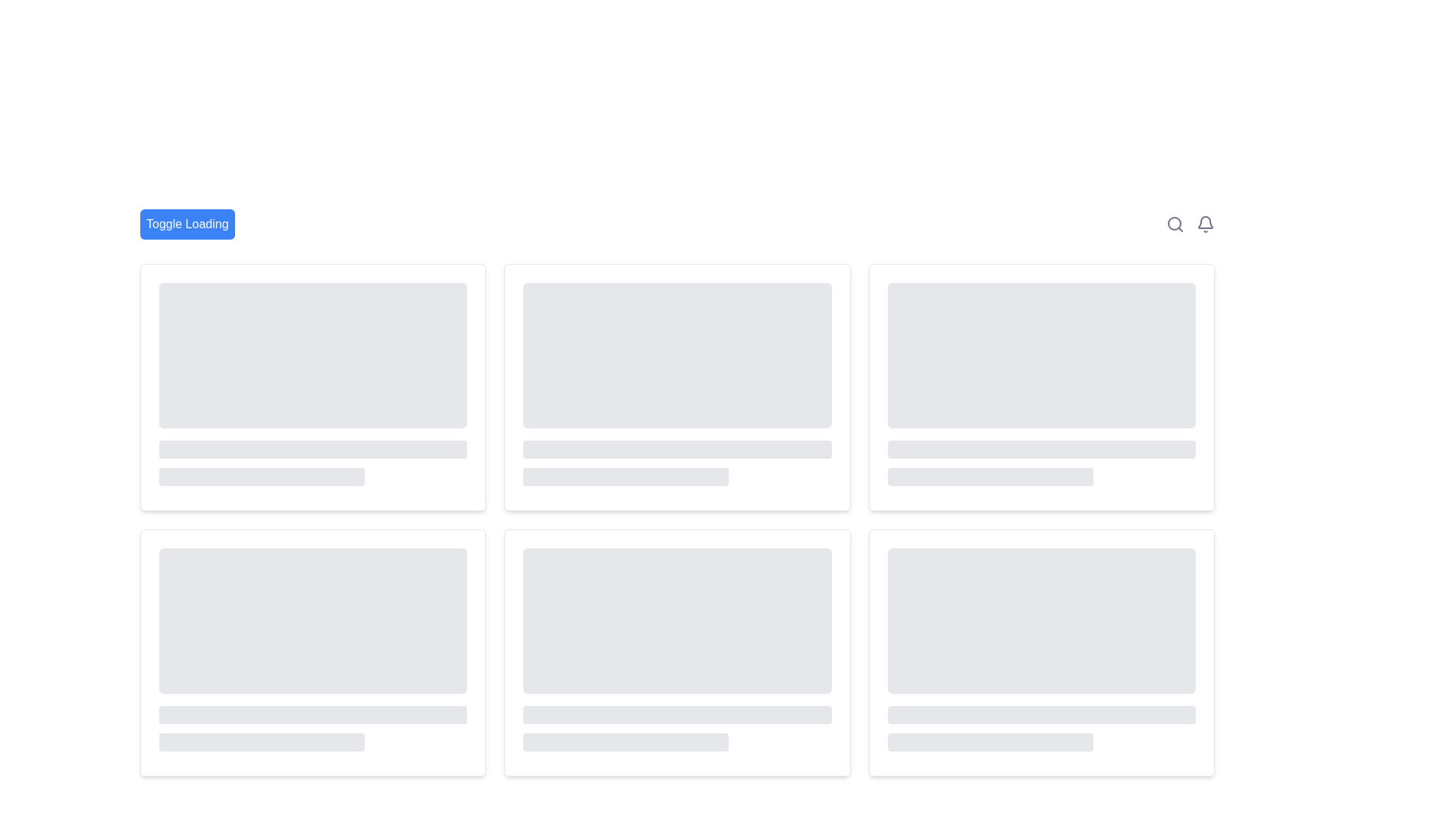 The height and width of the screenshot is (819, 1456). I want to click on Placeholder card located at the bottom-left corner of the grid layout, specifically the fourth card in a sequence of six, for debugging purposes, so click(312, 651).